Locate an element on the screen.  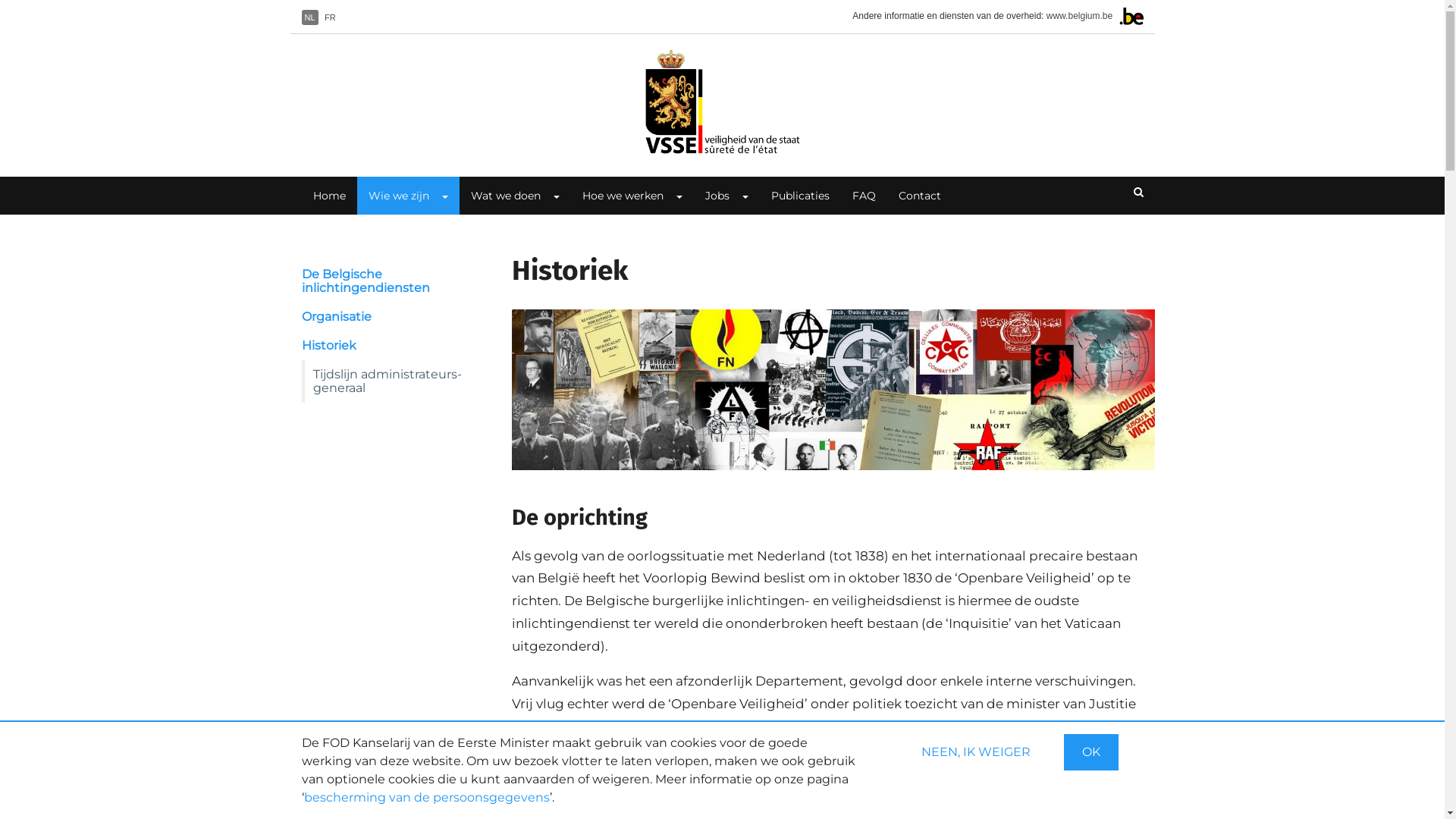
'Jobs' is located at coordinates (710, 195).